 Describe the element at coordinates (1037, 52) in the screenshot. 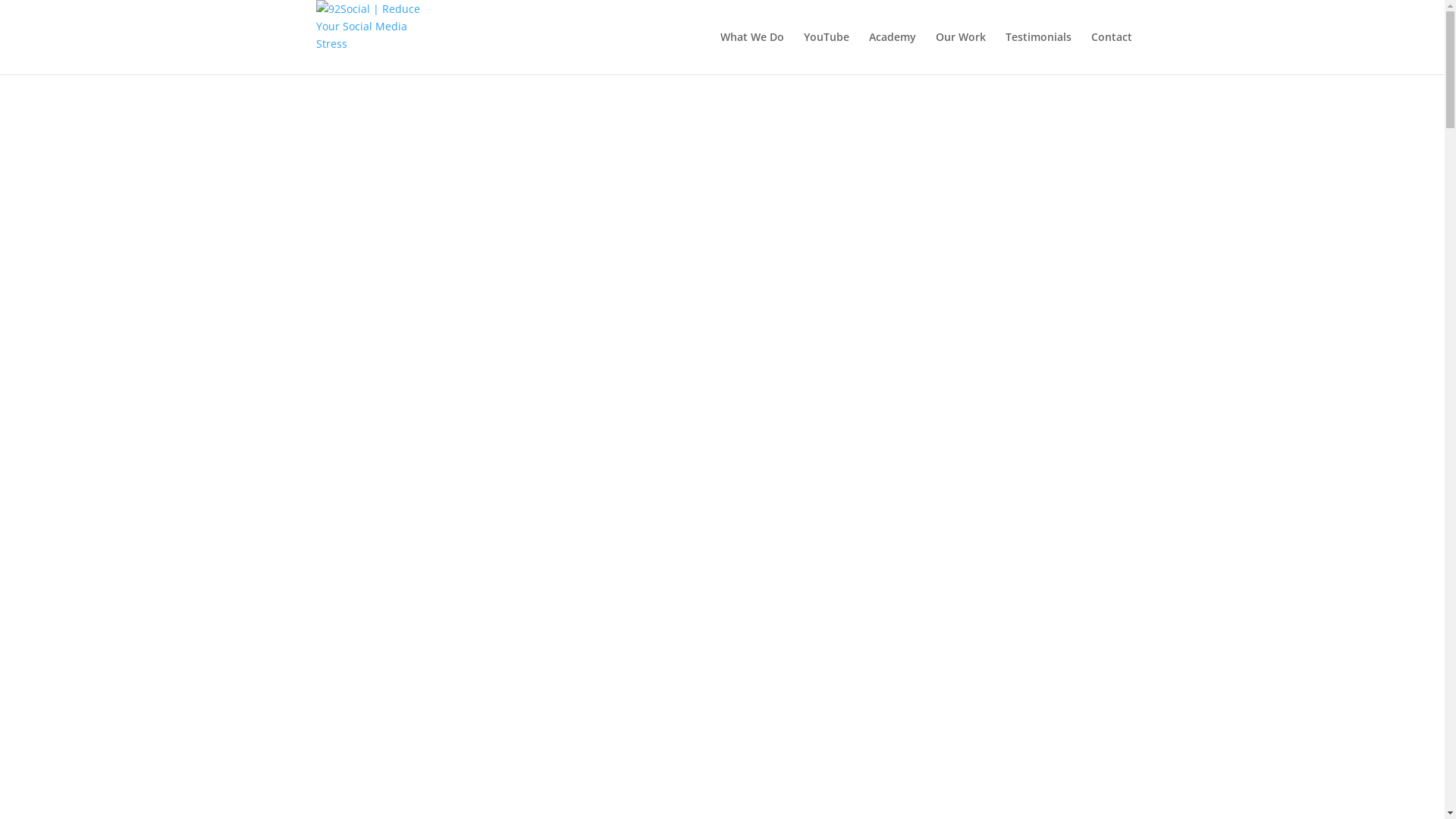

I see `'Testimonials'` at that location.